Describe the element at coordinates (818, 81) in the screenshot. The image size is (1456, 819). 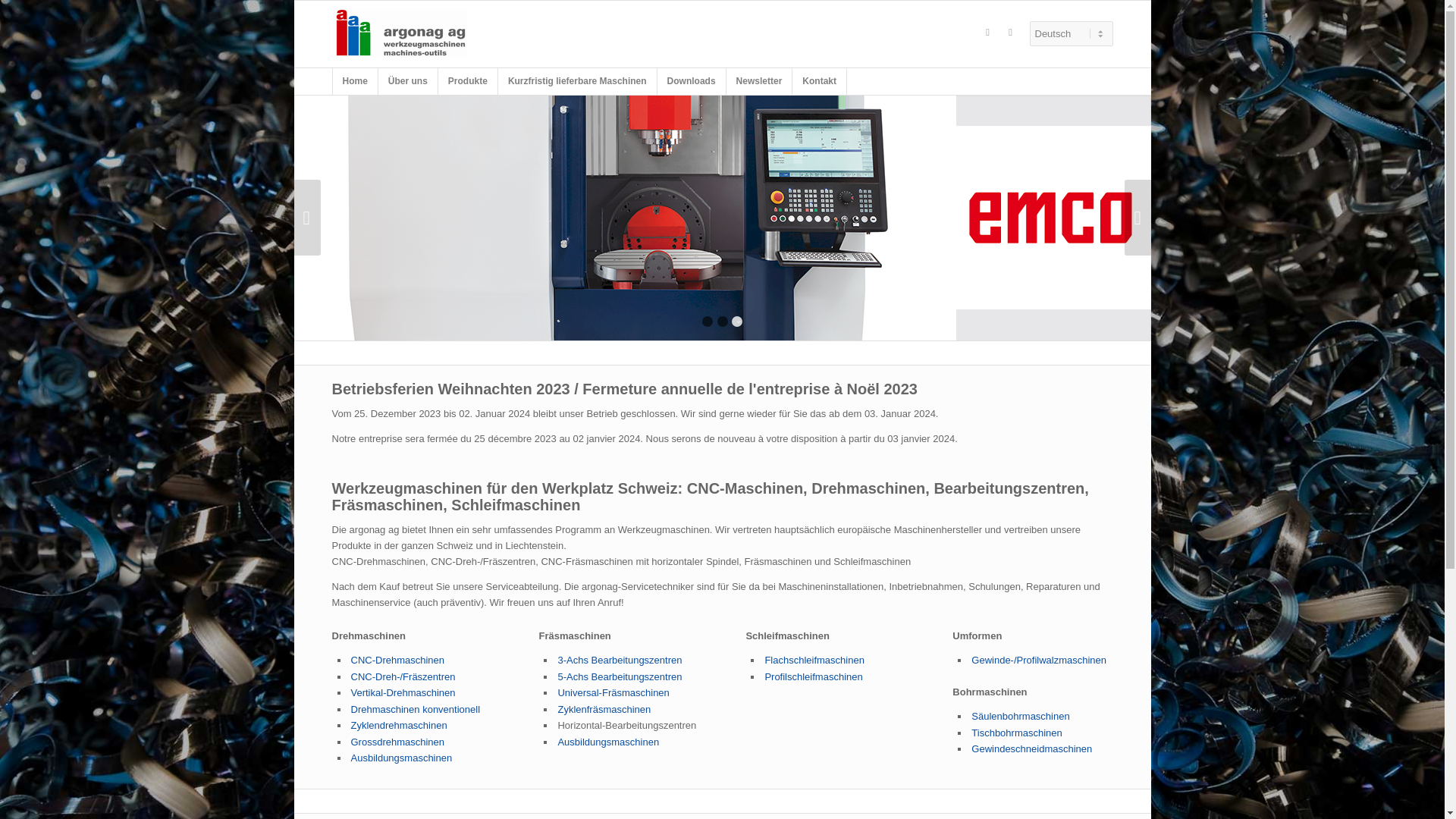
I see `'Kontakt'` at that location.